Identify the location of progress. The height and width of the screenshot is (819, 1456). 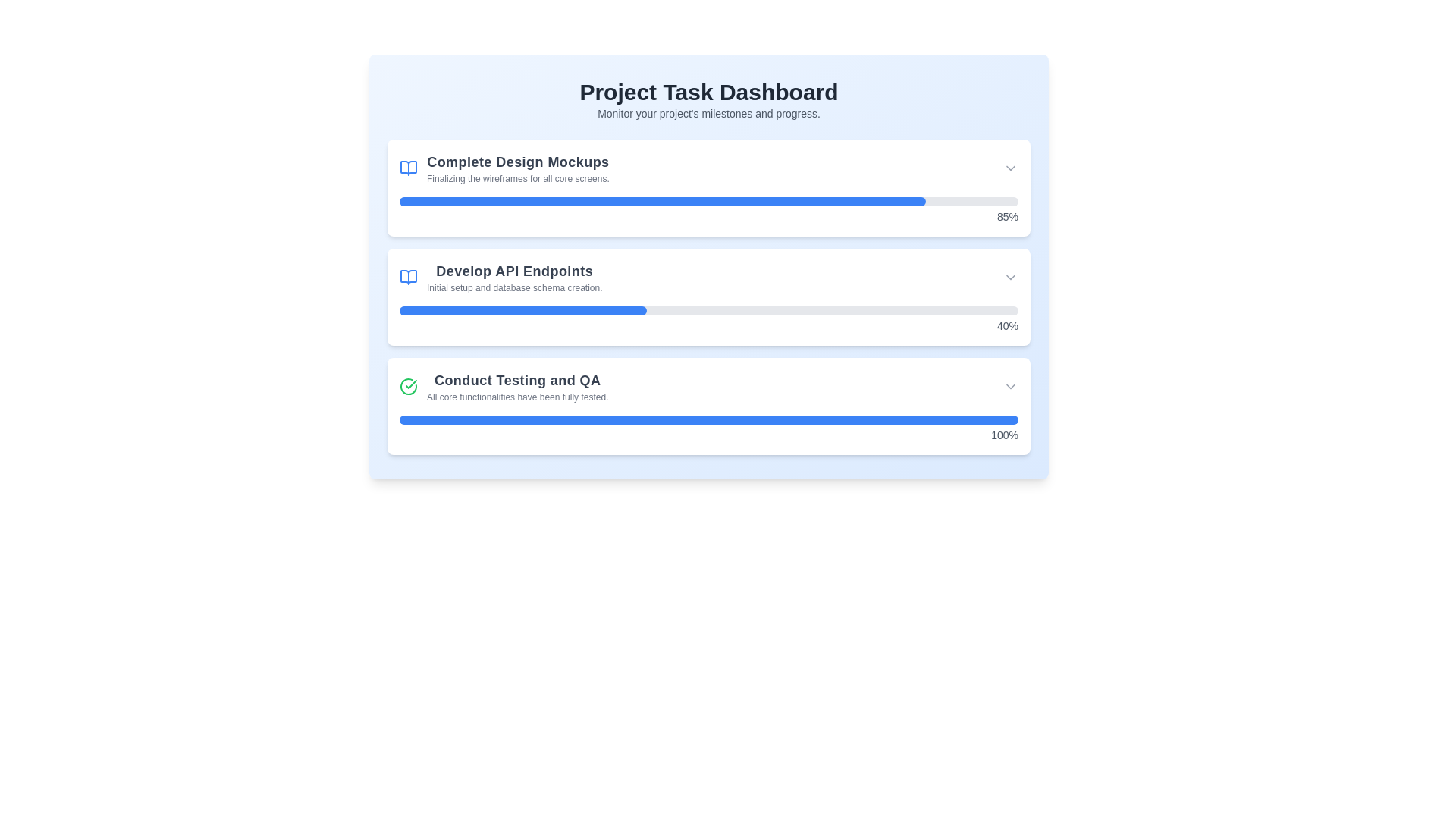
(907, 309).